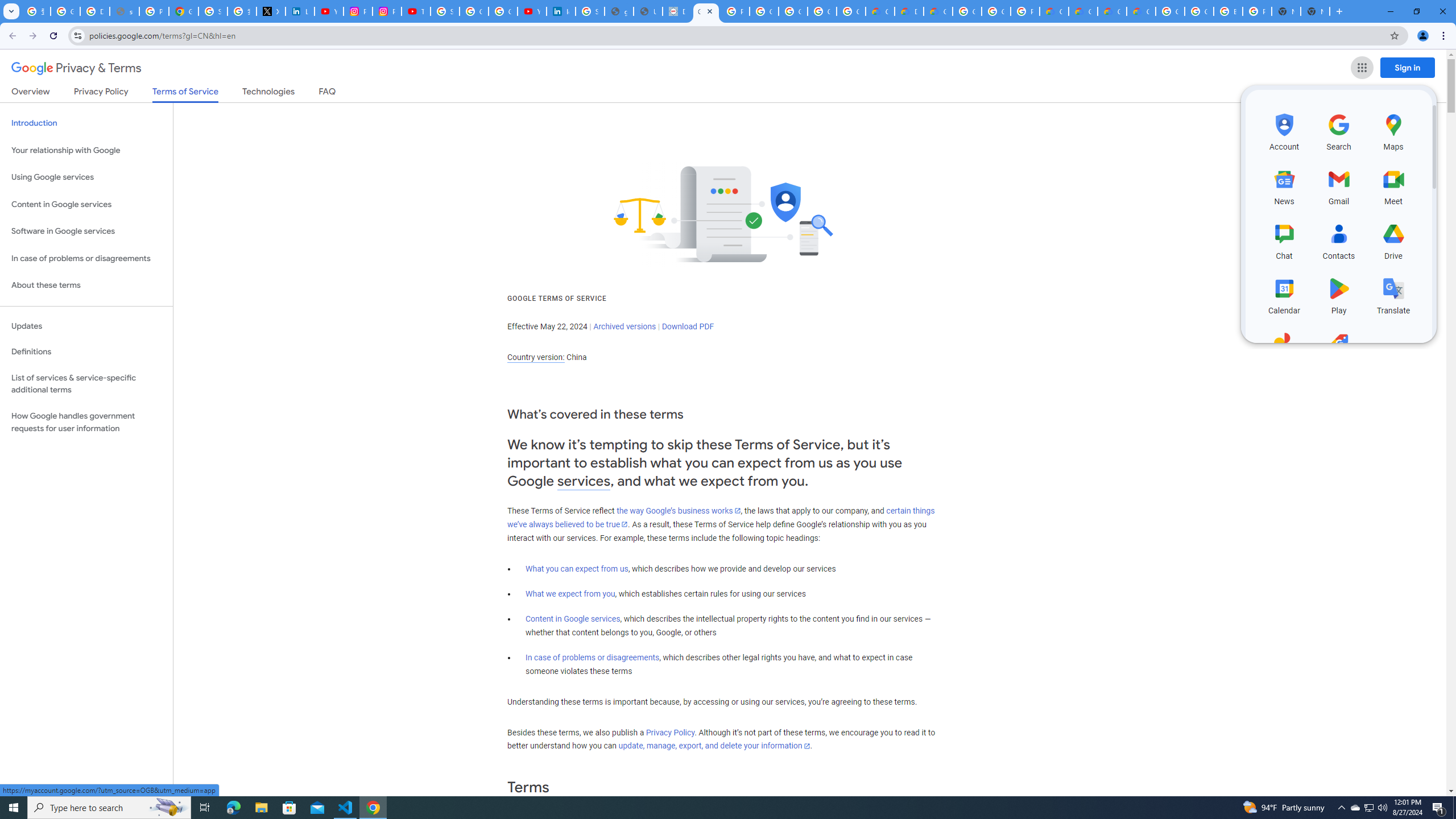  What do you see at coordinates (86, 383) in the screenshot?
I see `'List of services & service-specific additional terms'` at bounding box center [86, 383].